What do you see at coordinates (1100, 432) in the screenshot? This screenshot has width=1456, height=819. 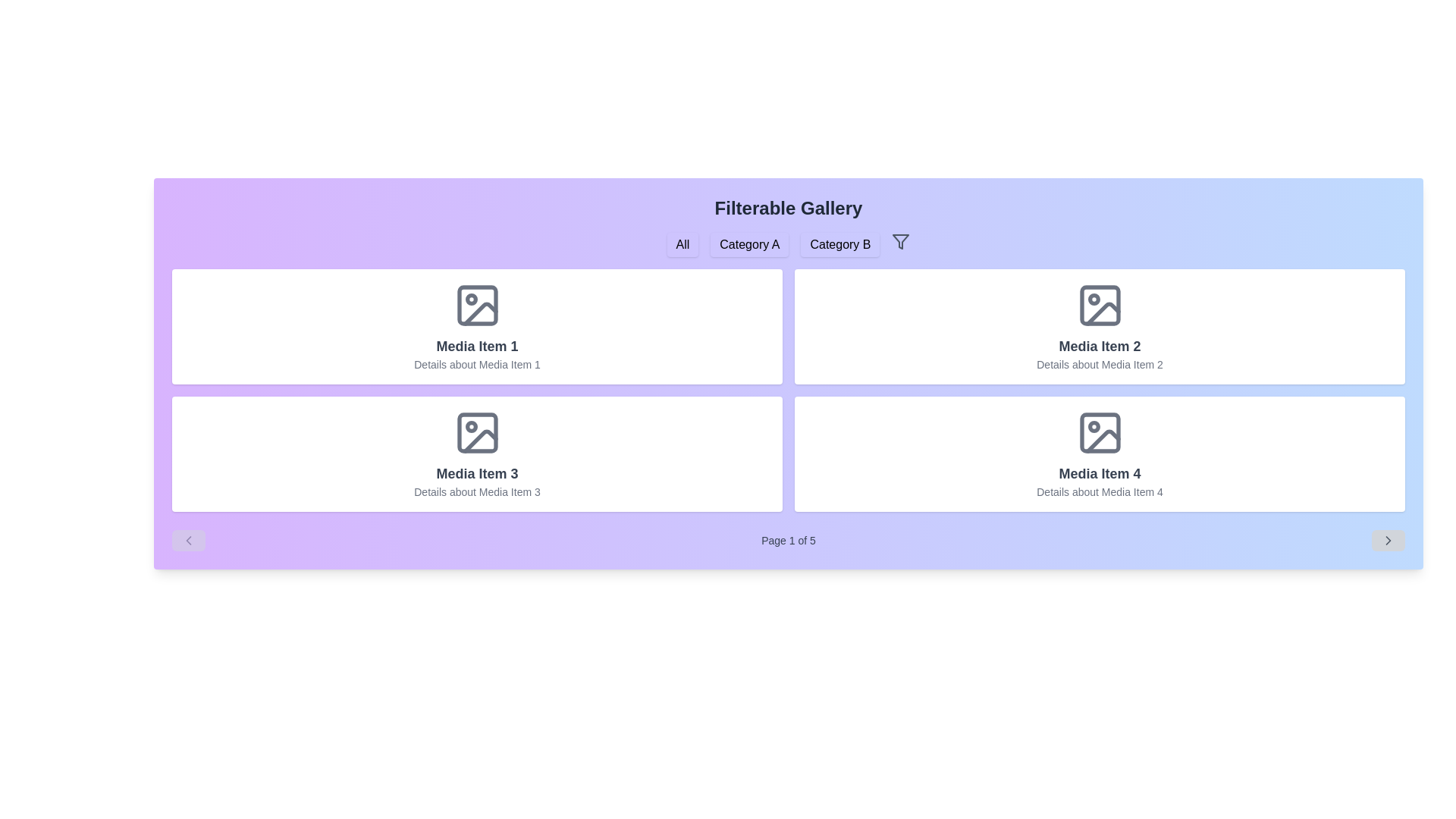 I see `the small gray rectangular icon with rounded corners that represents a media image, located within the 'Media Item 4' card in the lower-right section of the grid layout` at bounding box center [1100, 432].